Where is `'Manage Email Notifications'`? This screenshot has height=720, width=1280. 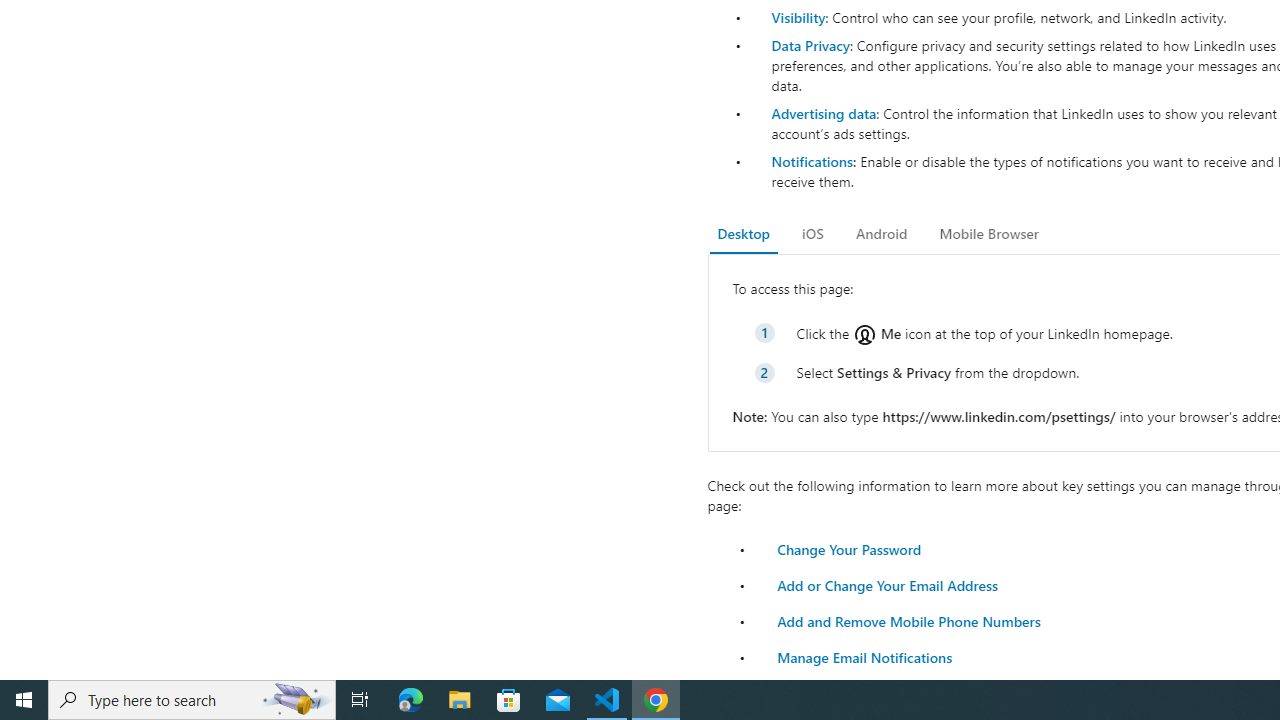 'Manage Email Notifications' is located at coordinates (865, 657).